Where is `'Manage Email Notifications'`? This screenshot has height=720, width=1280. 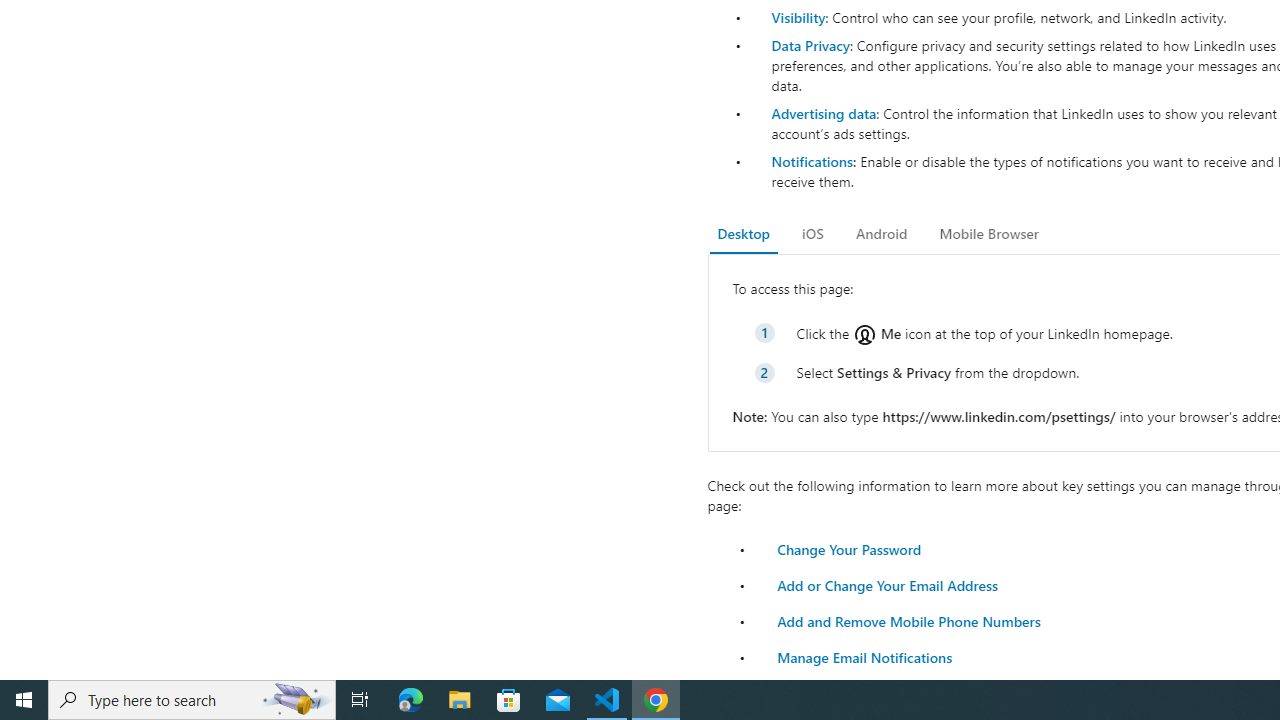 'Manage Email Notifications' is located at coordinates (865, 657).